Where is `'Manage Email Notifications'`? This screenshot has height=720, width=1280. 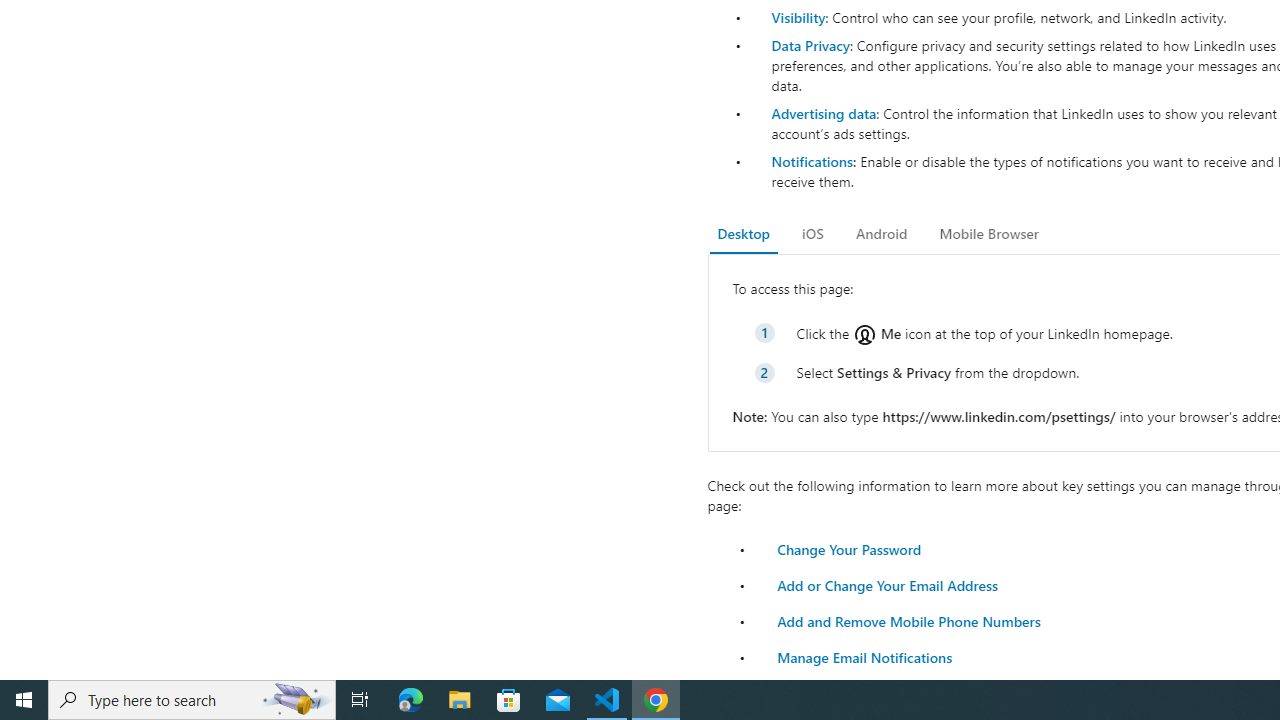 'Manage Email Notifications' is located at coordinates (865, 657).